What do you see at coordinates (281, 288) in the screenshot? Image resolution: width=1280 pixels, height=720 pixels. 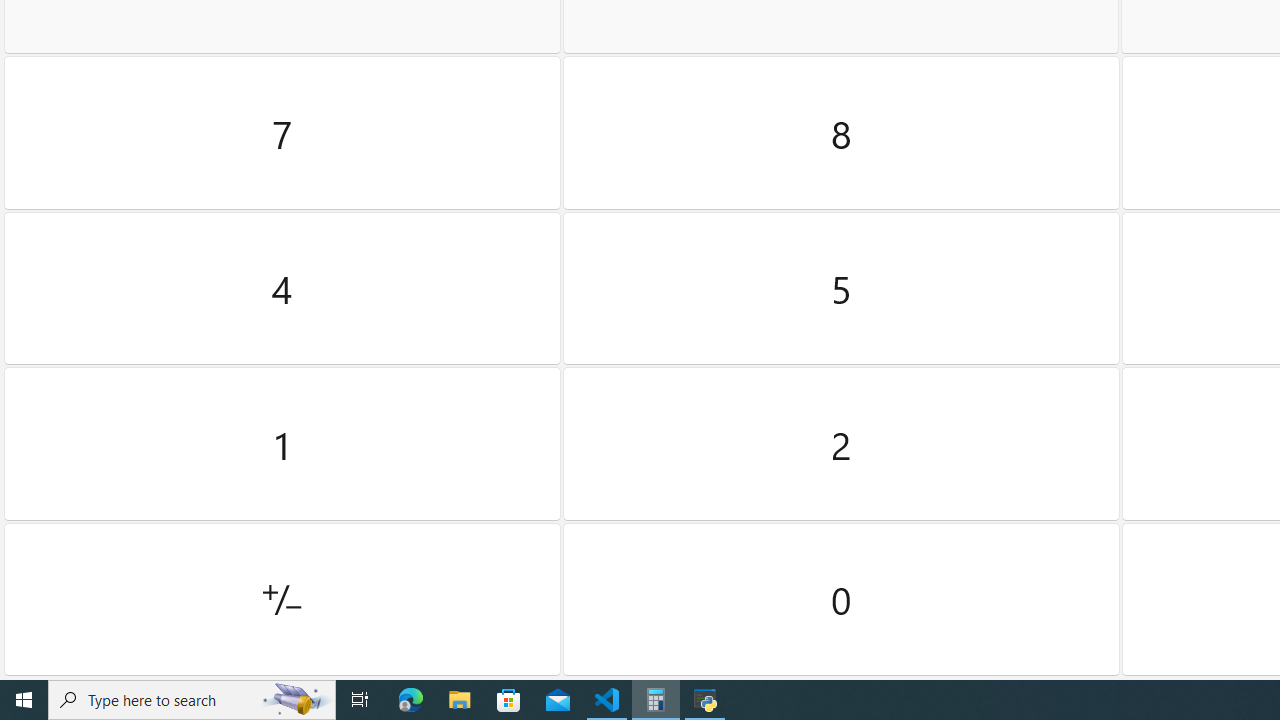 I see `'Four'` at bounding box center [281, 288].